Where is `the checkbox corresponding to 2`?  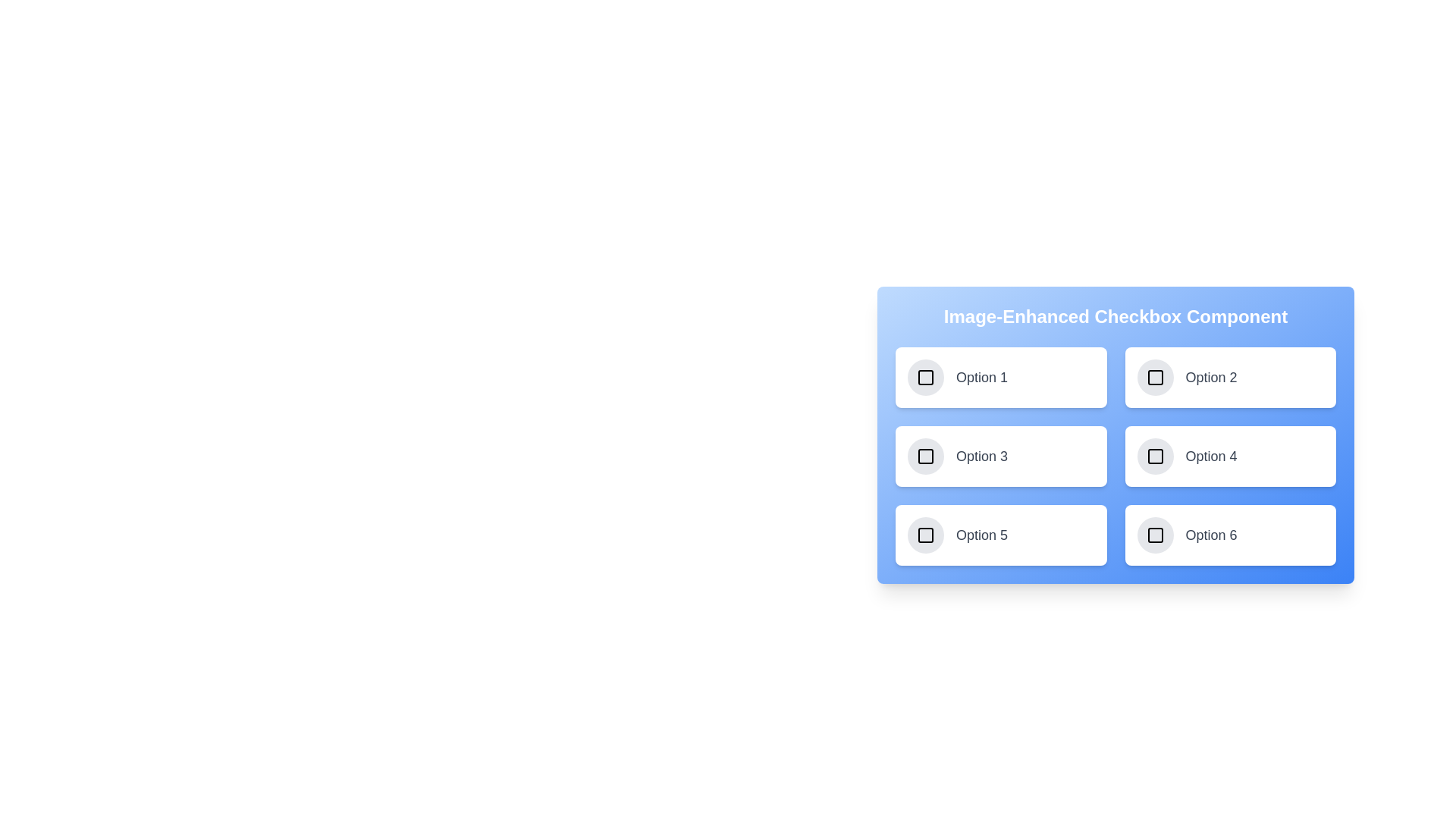 the checkbox corresponding to 2 is located at coordinates (1154, 376).